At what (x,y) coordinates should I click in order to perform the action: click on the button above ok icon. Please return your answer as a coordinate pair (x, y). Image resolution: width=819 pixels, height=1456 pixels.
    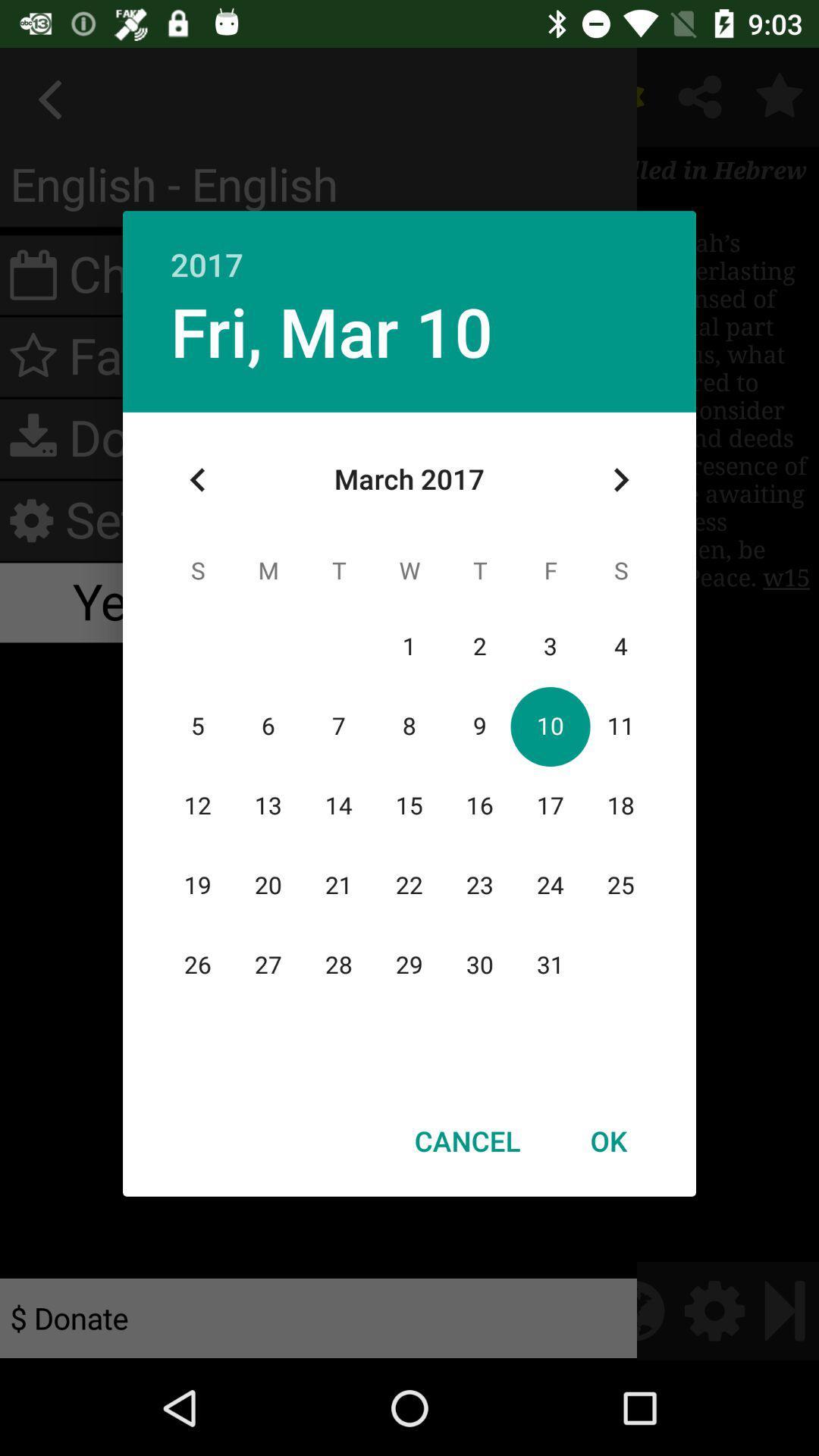
    Looking at the image, I should click on (620, 479).